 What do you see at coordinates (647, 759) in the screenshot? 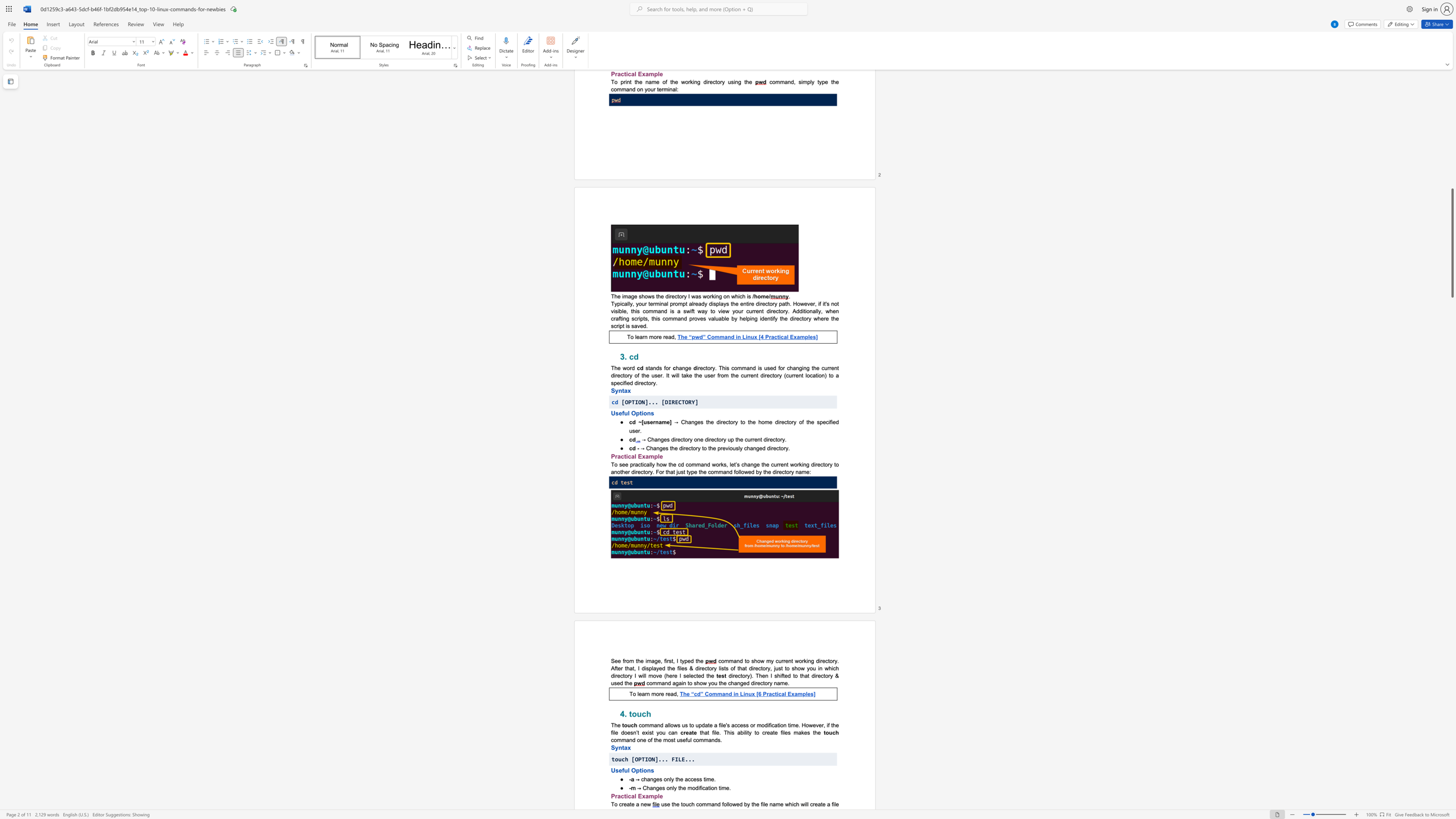
I see `the subset text "ON]... FIL" within the text "touch [OPTION]... FILE..."` at bounding box center [647, 759].